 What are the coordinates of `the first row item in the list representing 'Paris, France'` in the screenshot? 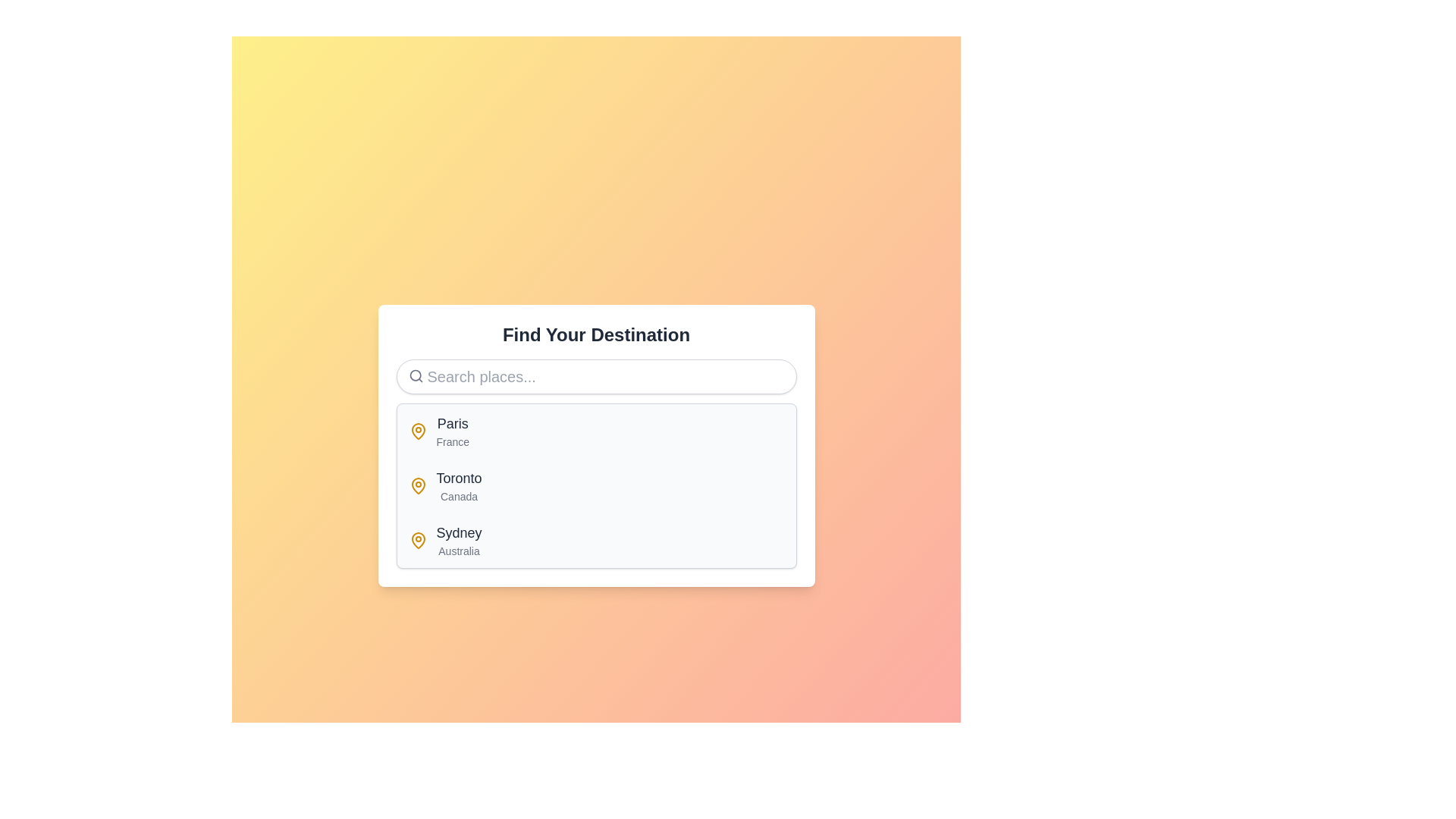 It's located at (595, 431).